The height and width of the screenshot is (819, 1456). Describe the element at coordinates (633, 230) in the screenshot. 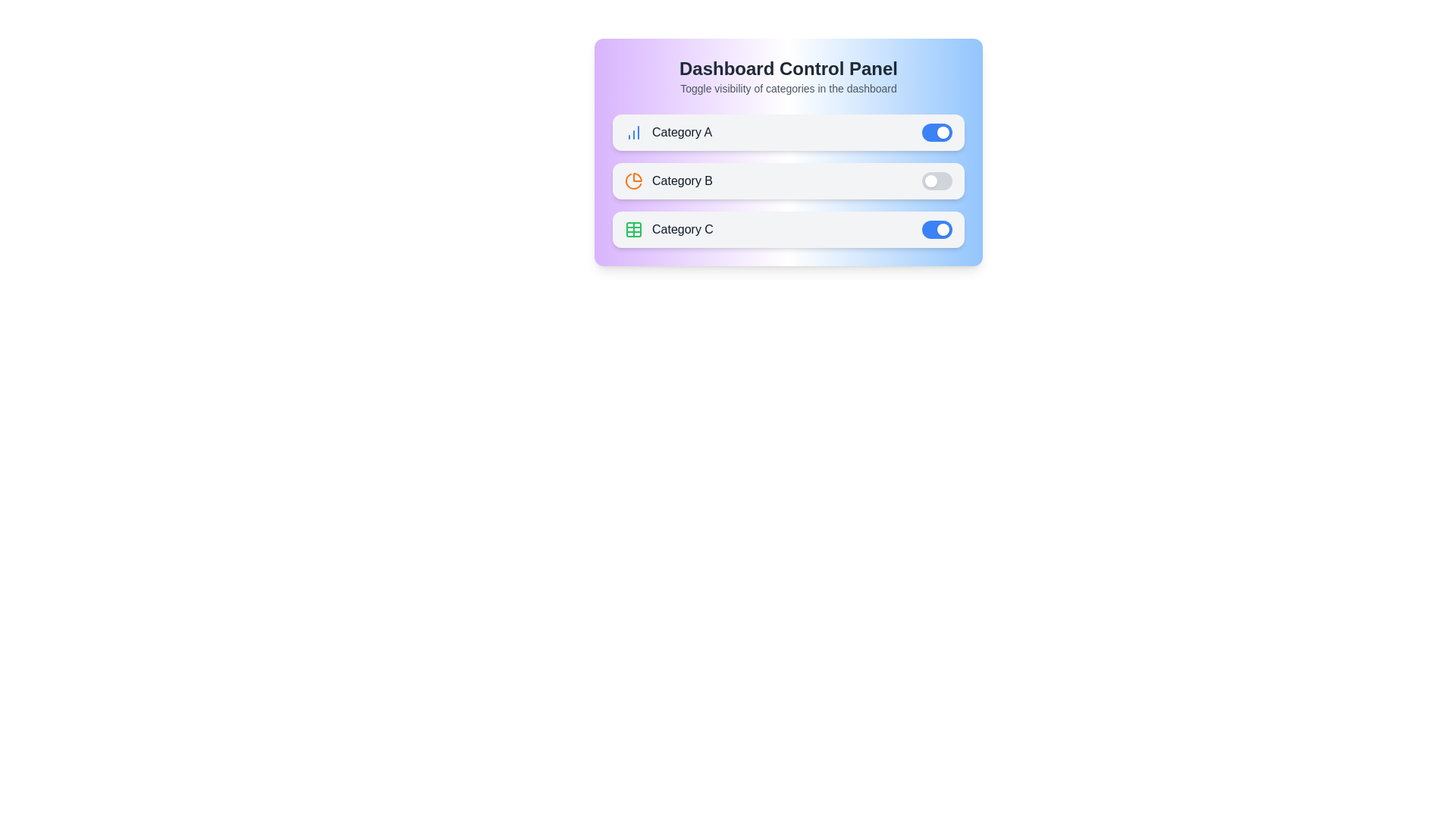

I see `the icon next to 'Category C'` at that location.